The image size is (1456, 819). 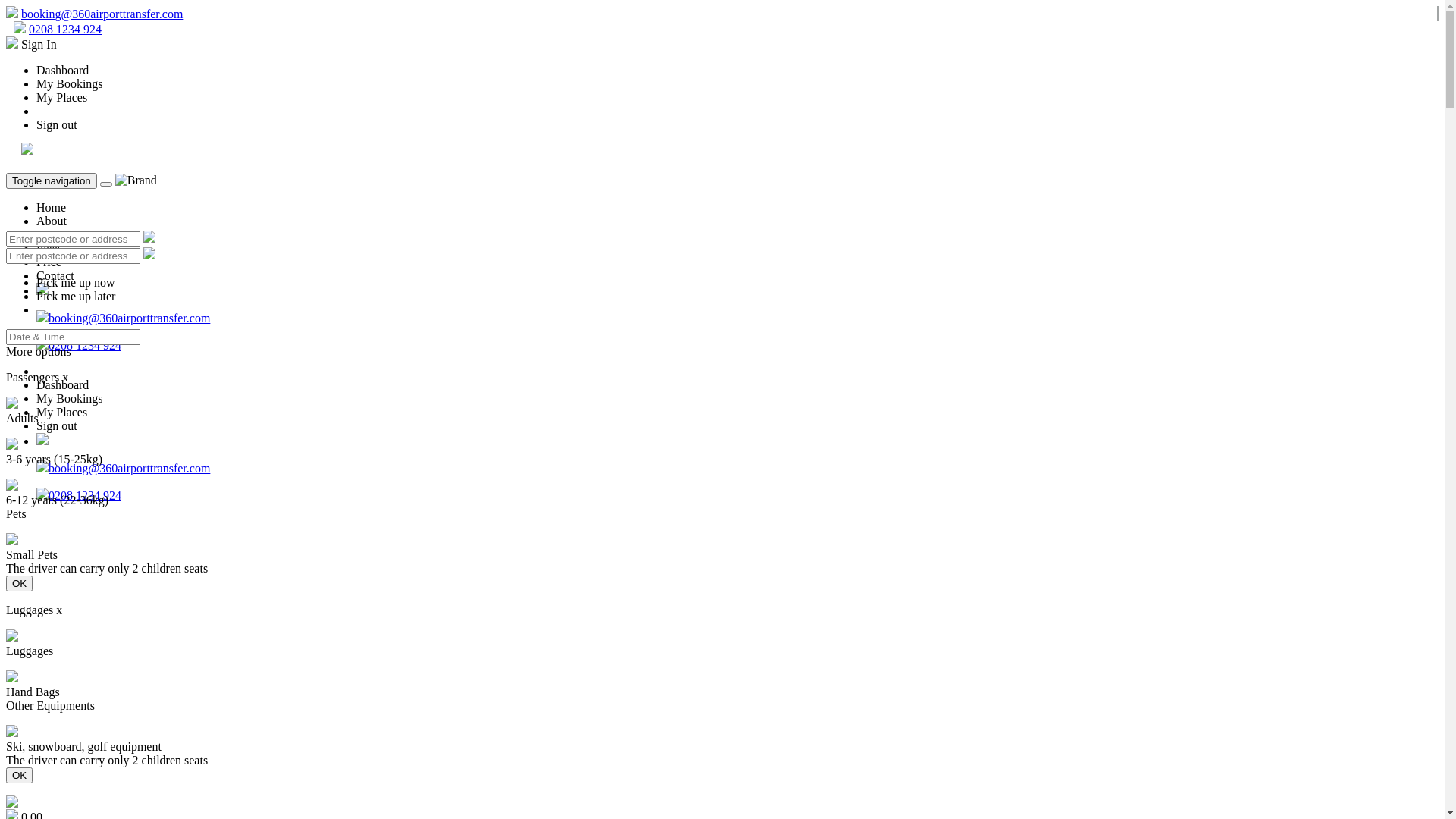 What do you see at coordinates (36, 207) in the screenshot?
I see `'Home'` at bounding box center [36, 207].